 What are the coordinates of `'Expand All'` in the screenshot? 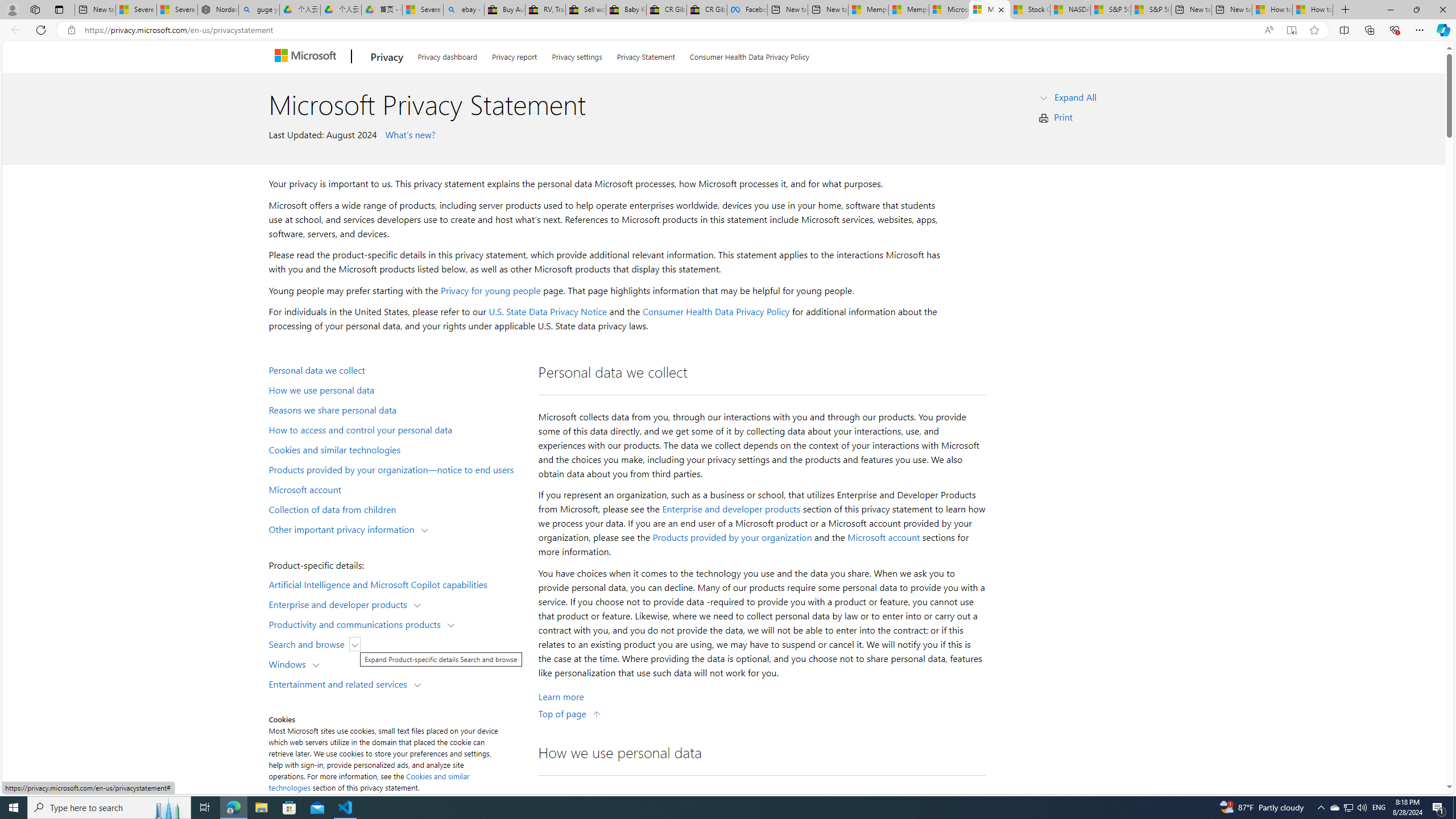 It's located at (1076, 96).